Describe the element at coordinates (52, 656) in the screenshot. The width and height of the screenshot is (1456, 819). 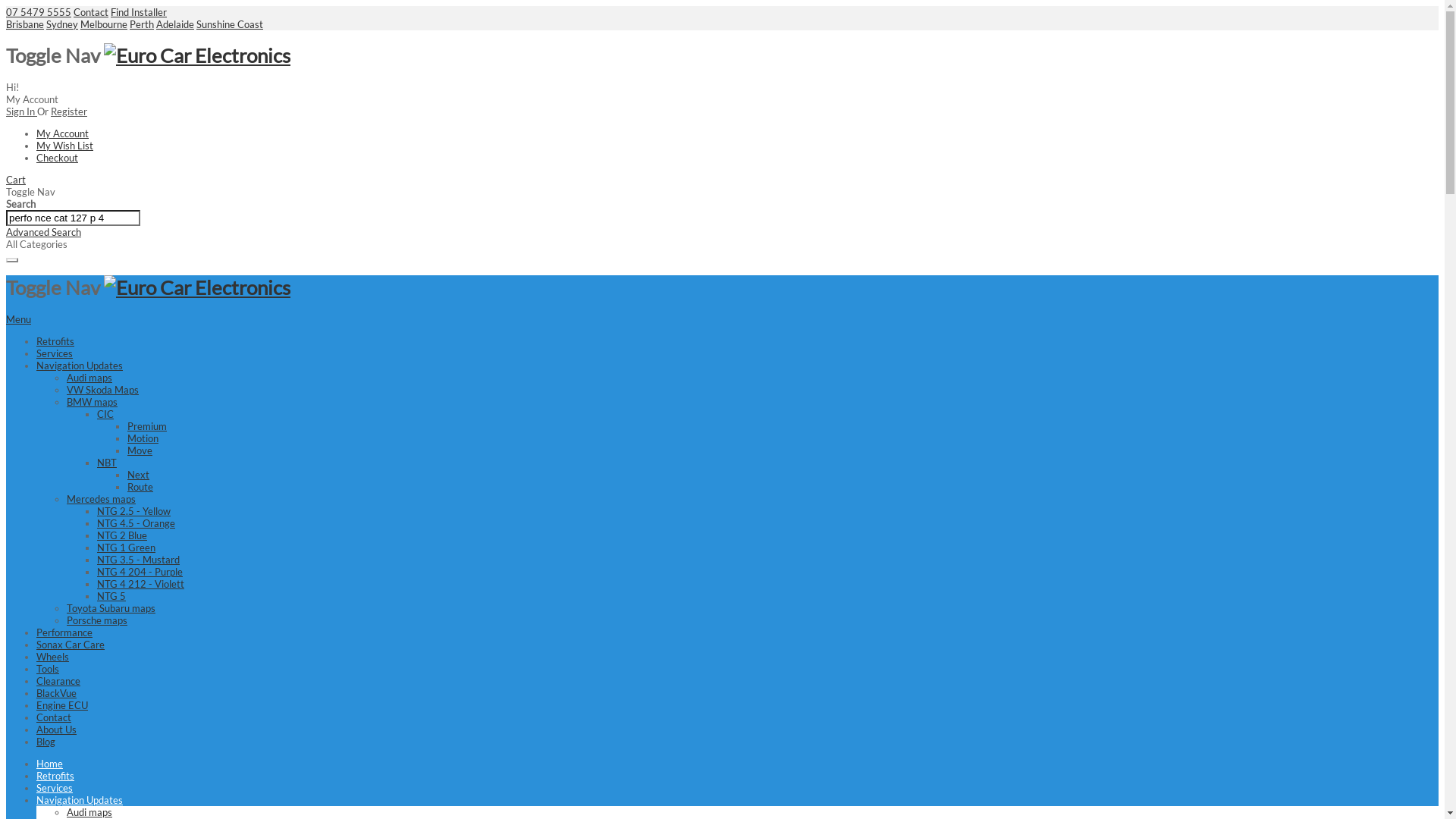
I see `'Wheels'` at that location.